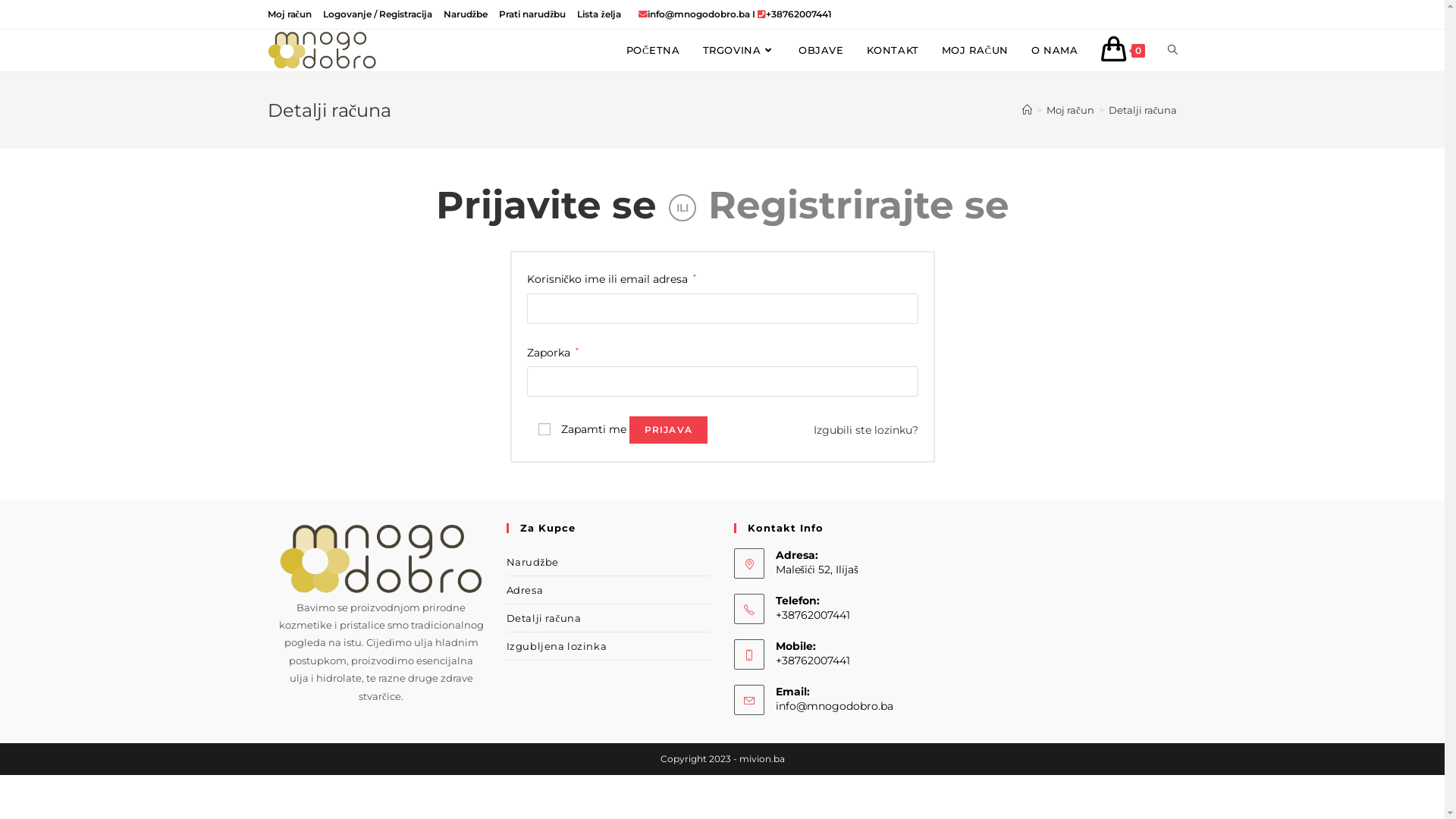  What do you see at coordinates (378, 14) in the screenshot?
I see `'Logovanje / Registracija'` at bounding box center [378, 14].